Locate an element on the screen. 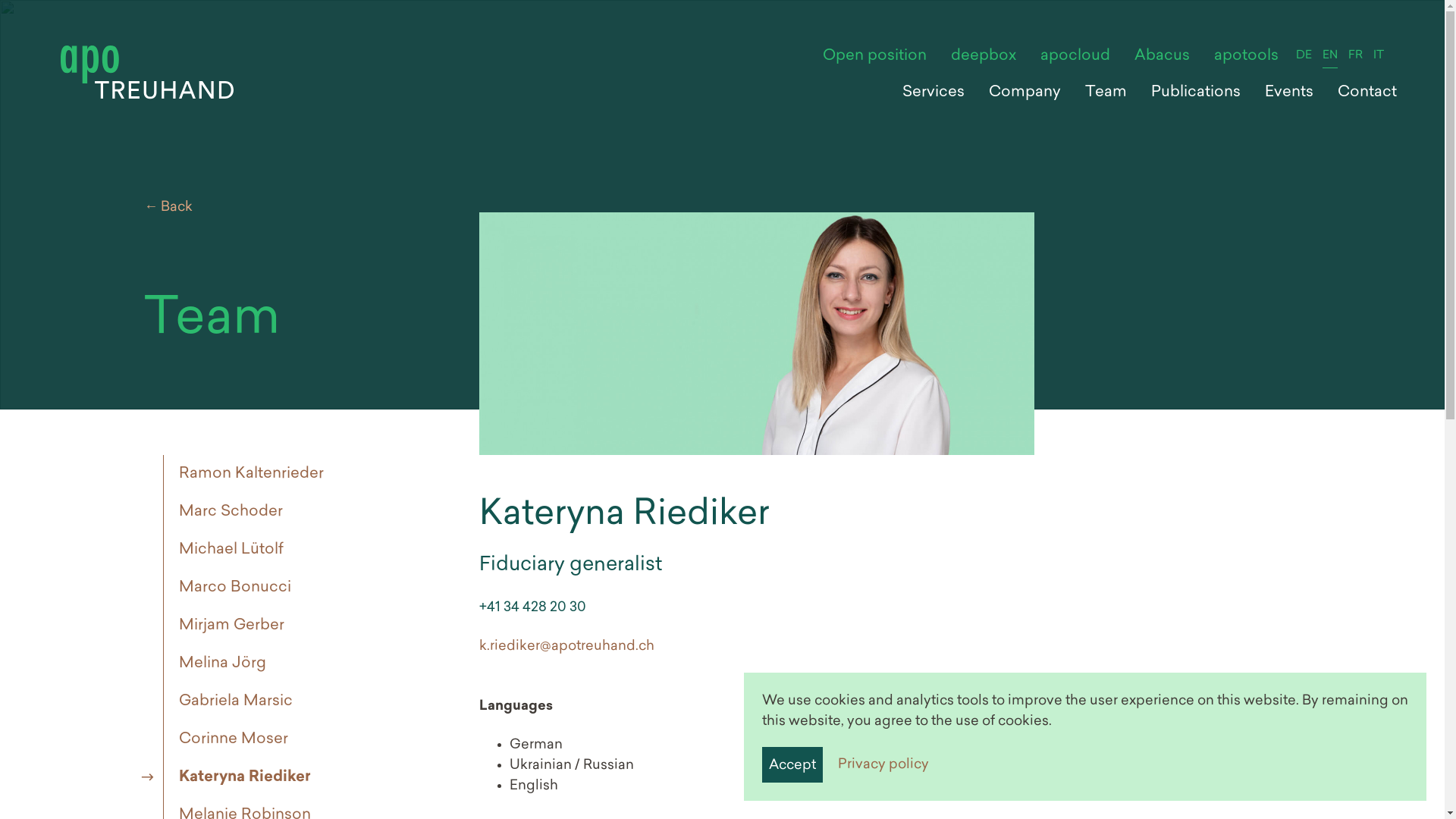  'Mirjam Gerber' is located at coordinates (163, 626).